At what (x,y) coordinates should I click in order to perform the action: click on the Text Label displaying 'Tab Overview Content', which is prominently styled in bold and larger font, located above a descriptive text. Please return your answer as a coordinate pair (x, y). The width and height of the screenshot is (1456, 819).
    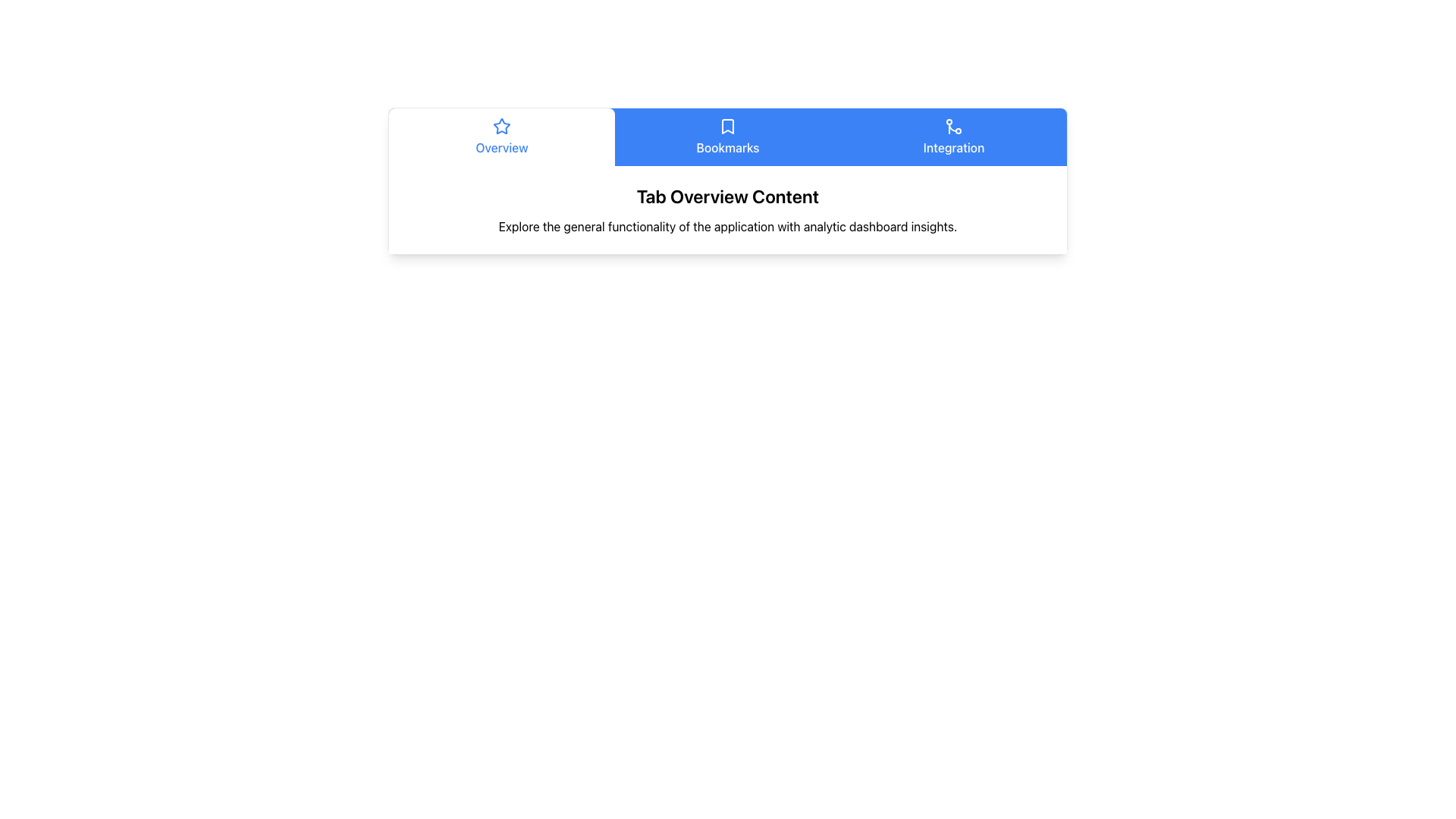
    Looking at the image, I should click on (728, 195).